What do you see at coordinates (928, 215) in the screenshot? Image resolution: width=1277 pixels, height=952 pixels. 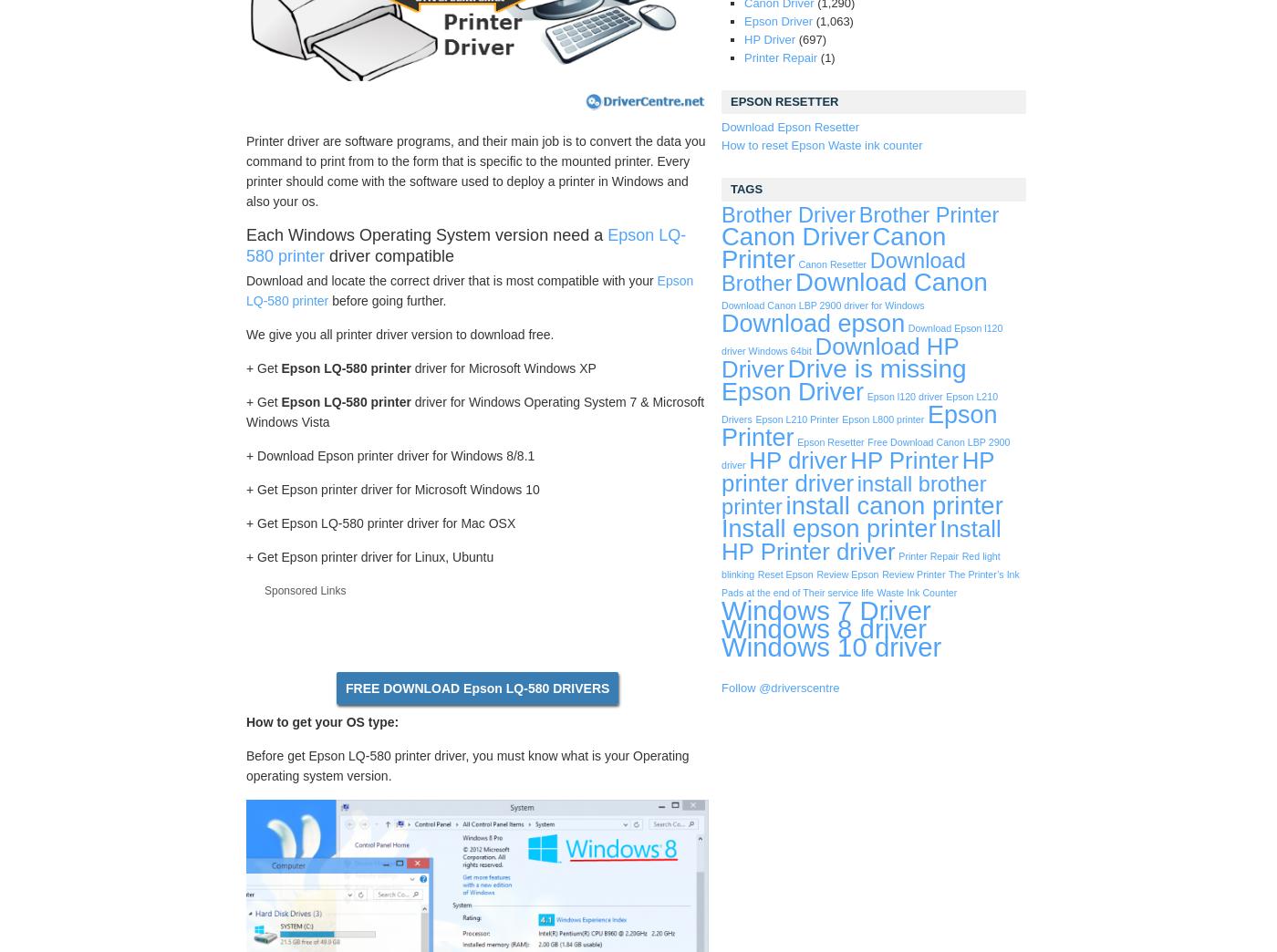 I see `'Brother Printer'` at bounding box center [928, 215].